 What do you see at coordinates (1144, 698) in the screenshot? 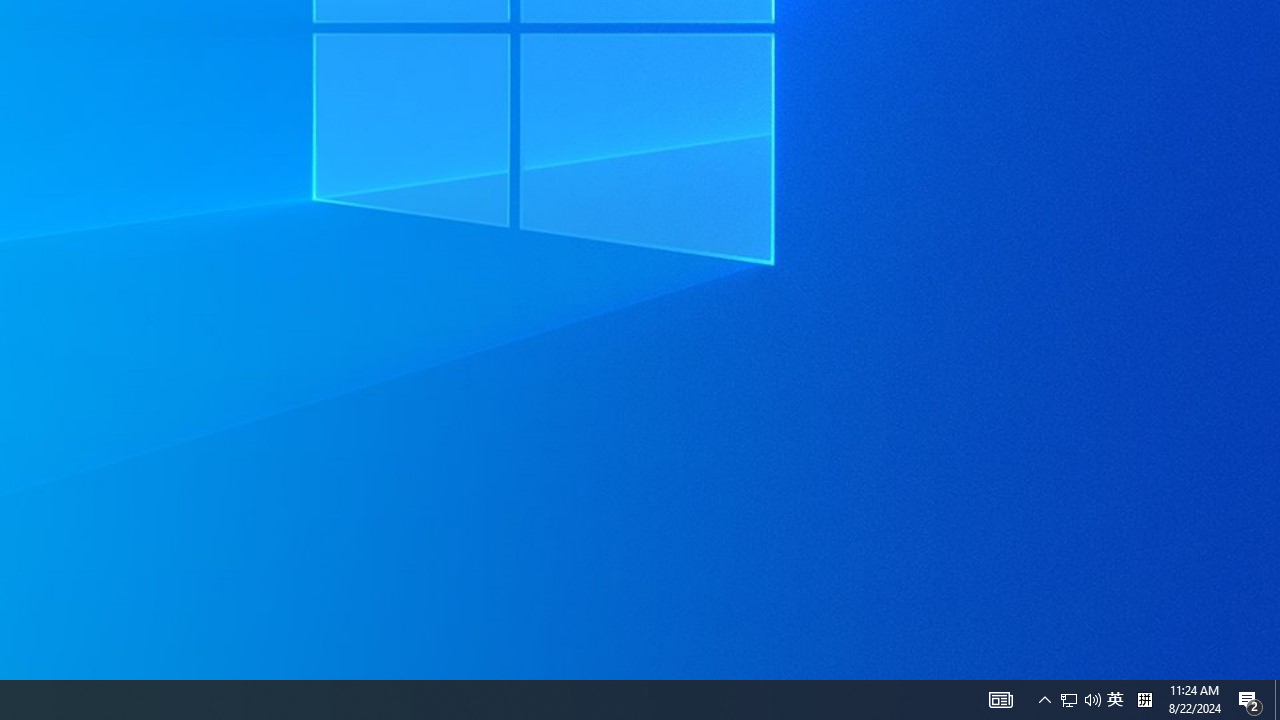
I see `'Tray Input Indicator - Chinese (Simplified, China)'` at bounding box center [1144, 698].